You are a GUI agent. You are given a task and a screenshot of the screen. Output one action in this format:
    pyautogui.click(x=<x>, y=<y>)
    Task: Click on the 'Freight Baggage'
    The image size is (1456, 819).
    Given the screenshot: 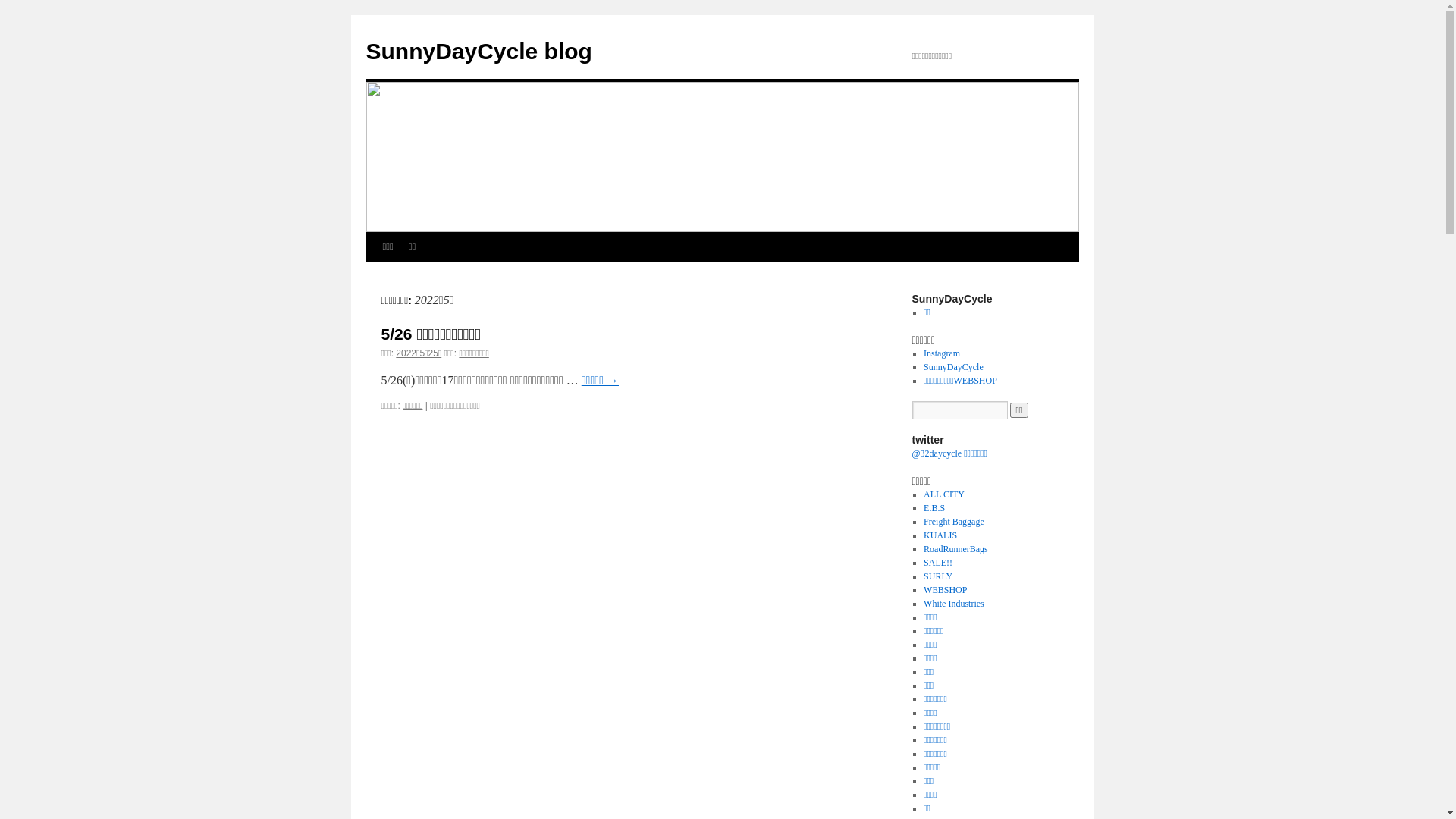 What is the action you would take?
    pyautogui.click(x=952, y=520)
    